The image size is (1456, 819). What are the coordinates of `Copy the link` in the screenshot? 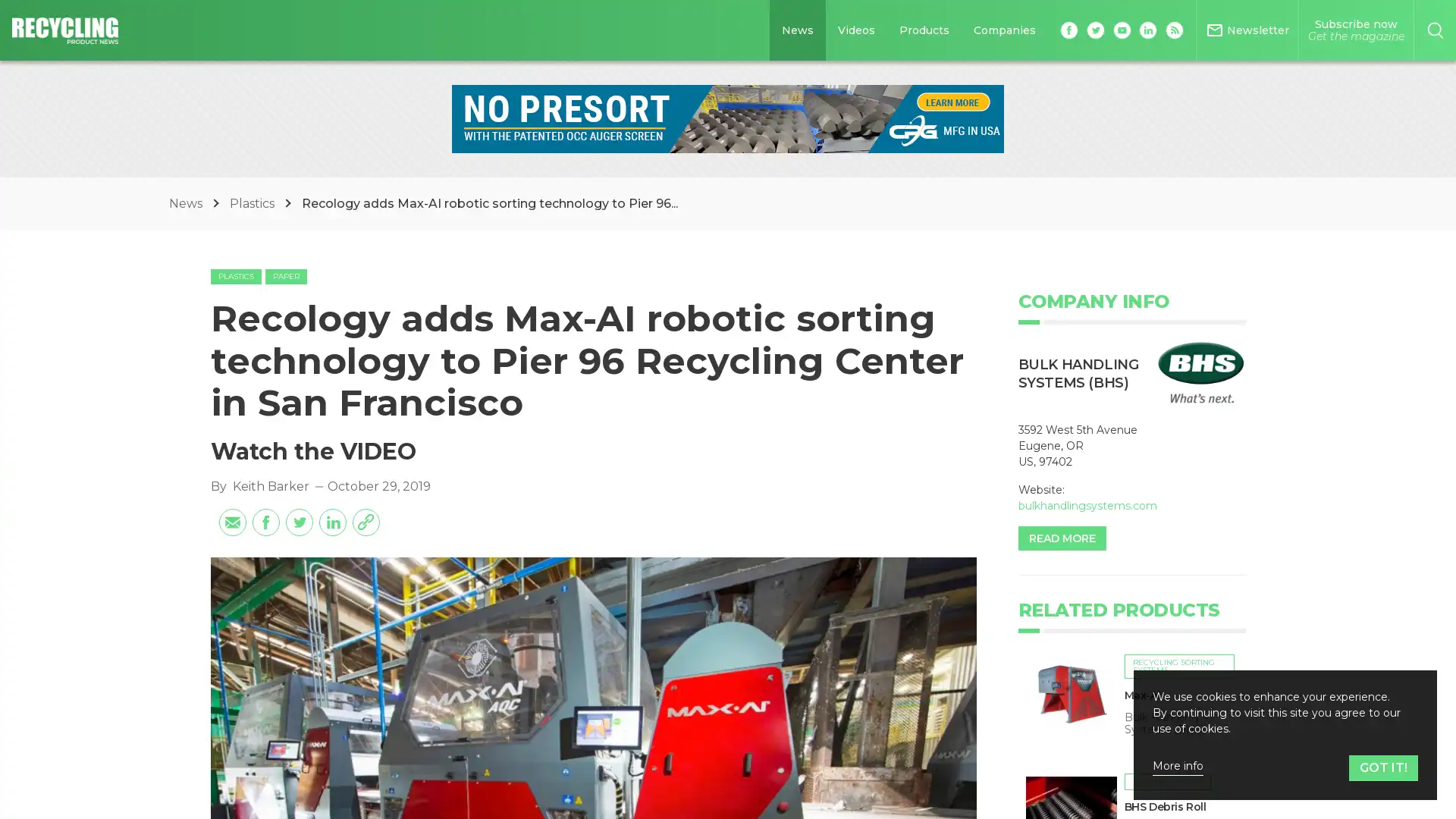 It's located at (365, 520).